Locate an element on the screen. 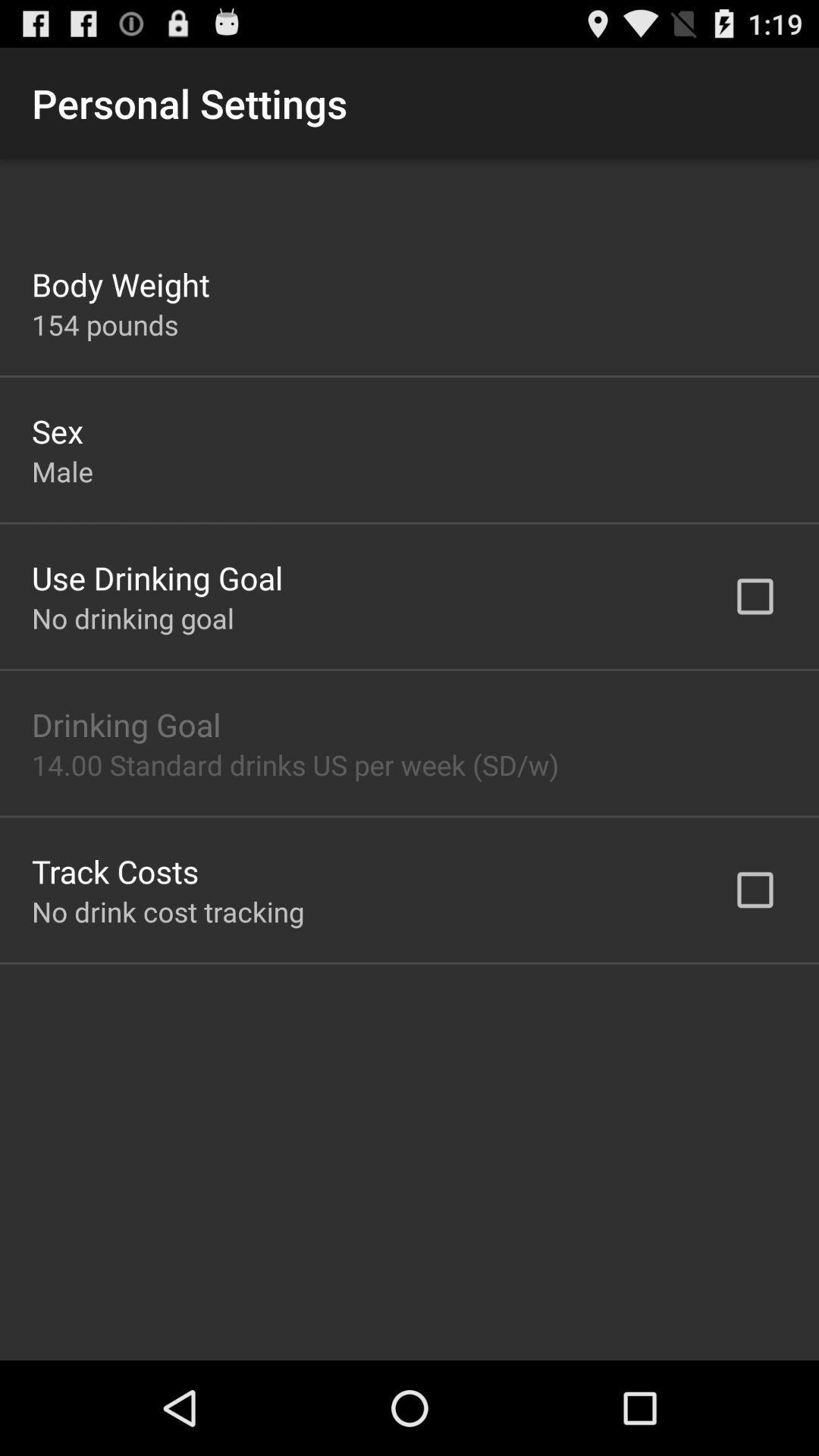 Image resolution: width=819 pixels, height=1456 pixels. the app above the male is located at coordinates (57, 430).